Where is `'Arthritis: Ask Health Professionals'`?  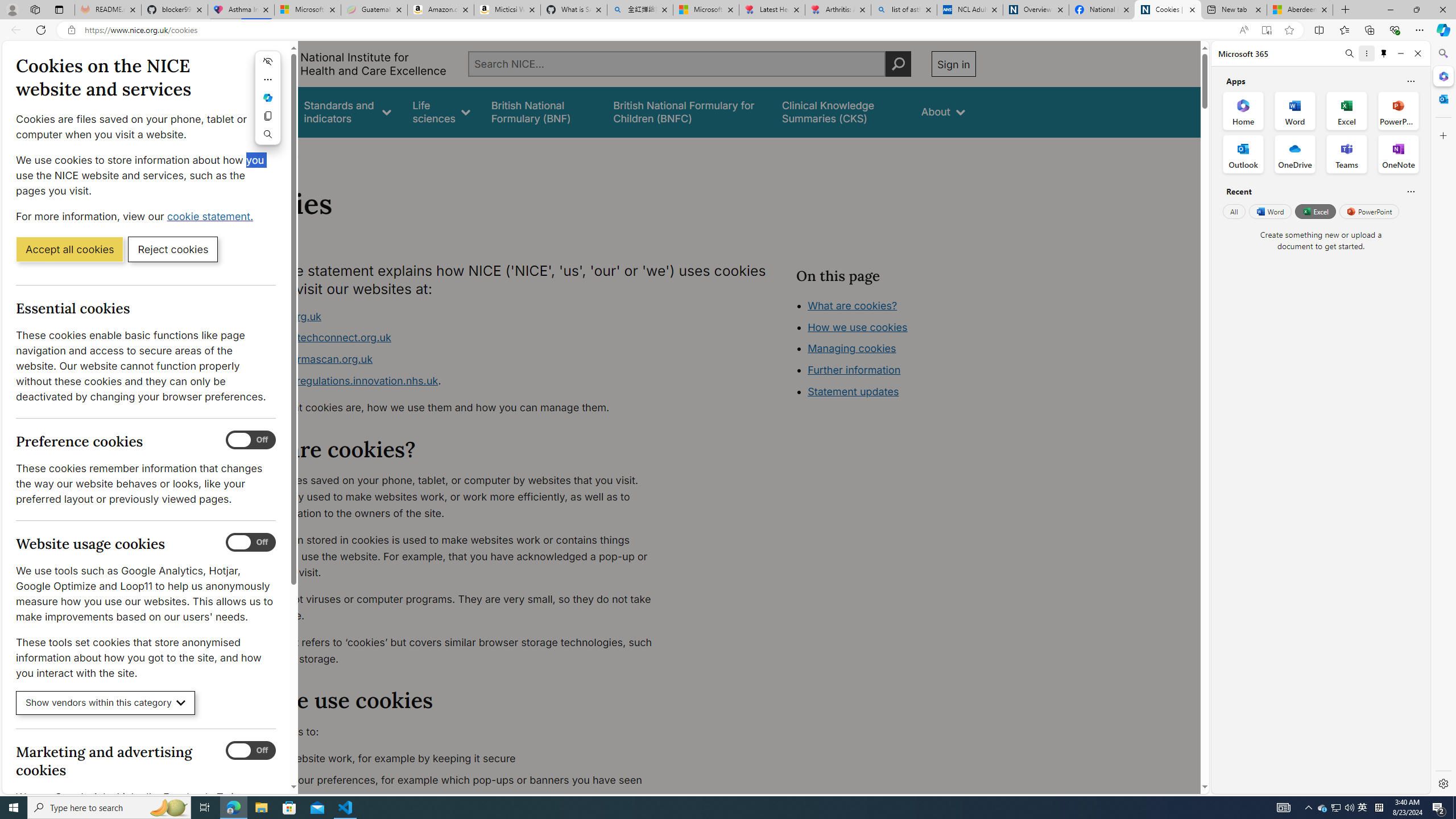 'Arthritis: Ask Health Professionals' is located at coordinates (838, 9).